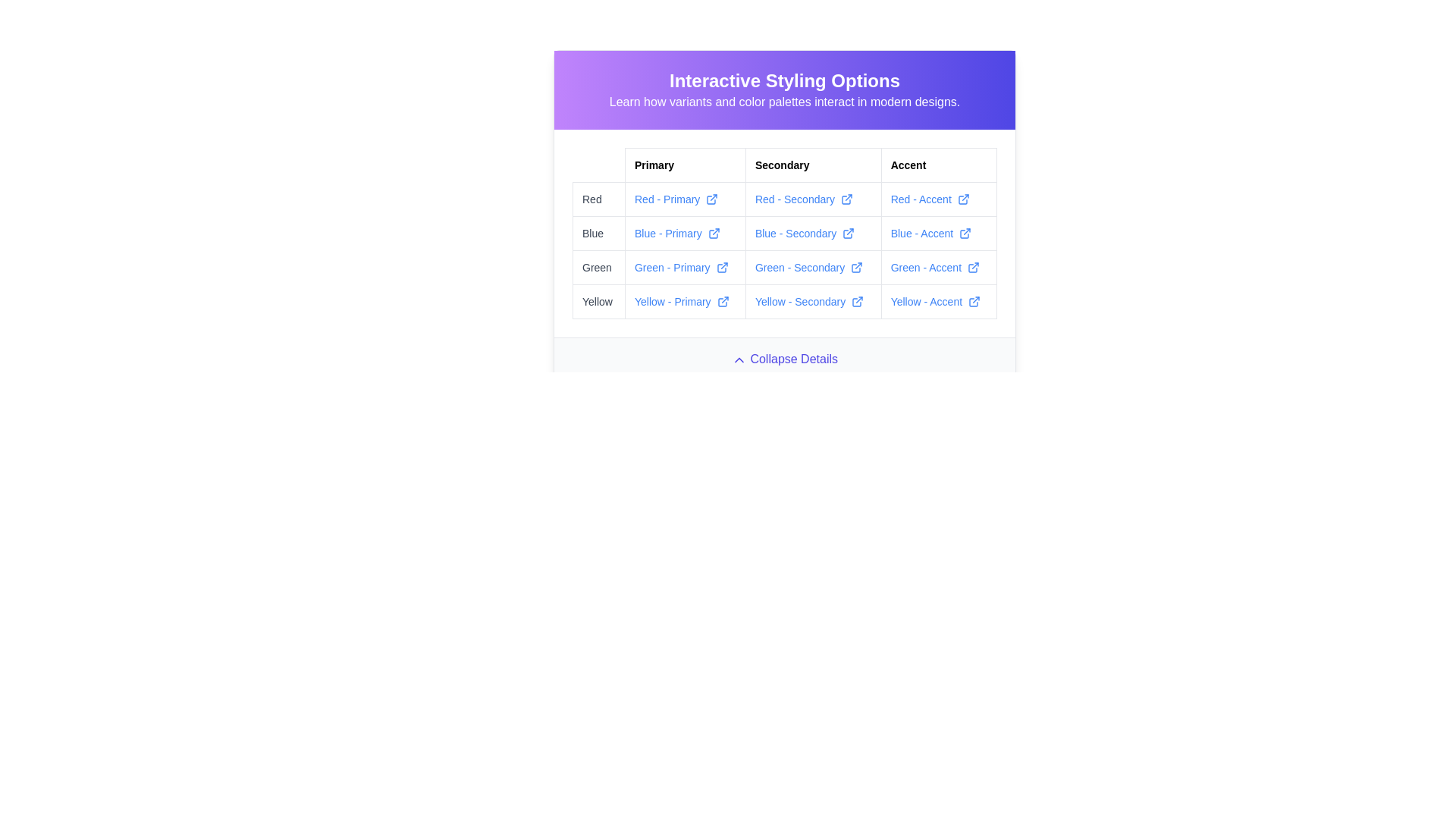  Describe the element at coordinates (804, 234) in the screenshot. I see `the hyperlink text 'Blue - Secondary' located in the 'Secondary' column and 'Blue' row of the table` at that location.